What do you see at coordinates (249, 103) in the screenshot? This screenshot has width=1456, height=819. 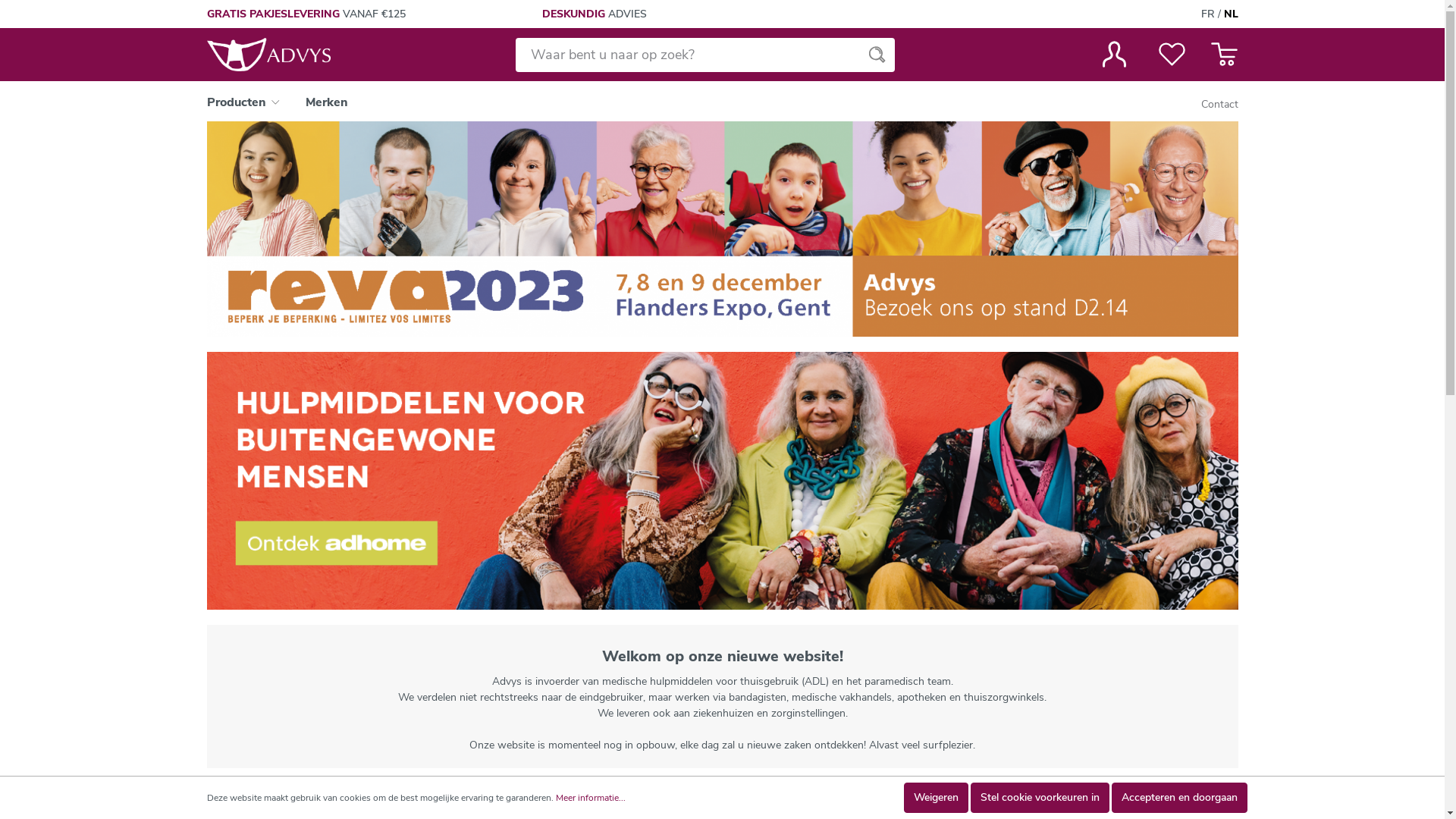 I see `'Producten'` at bounding box center [249, 103].